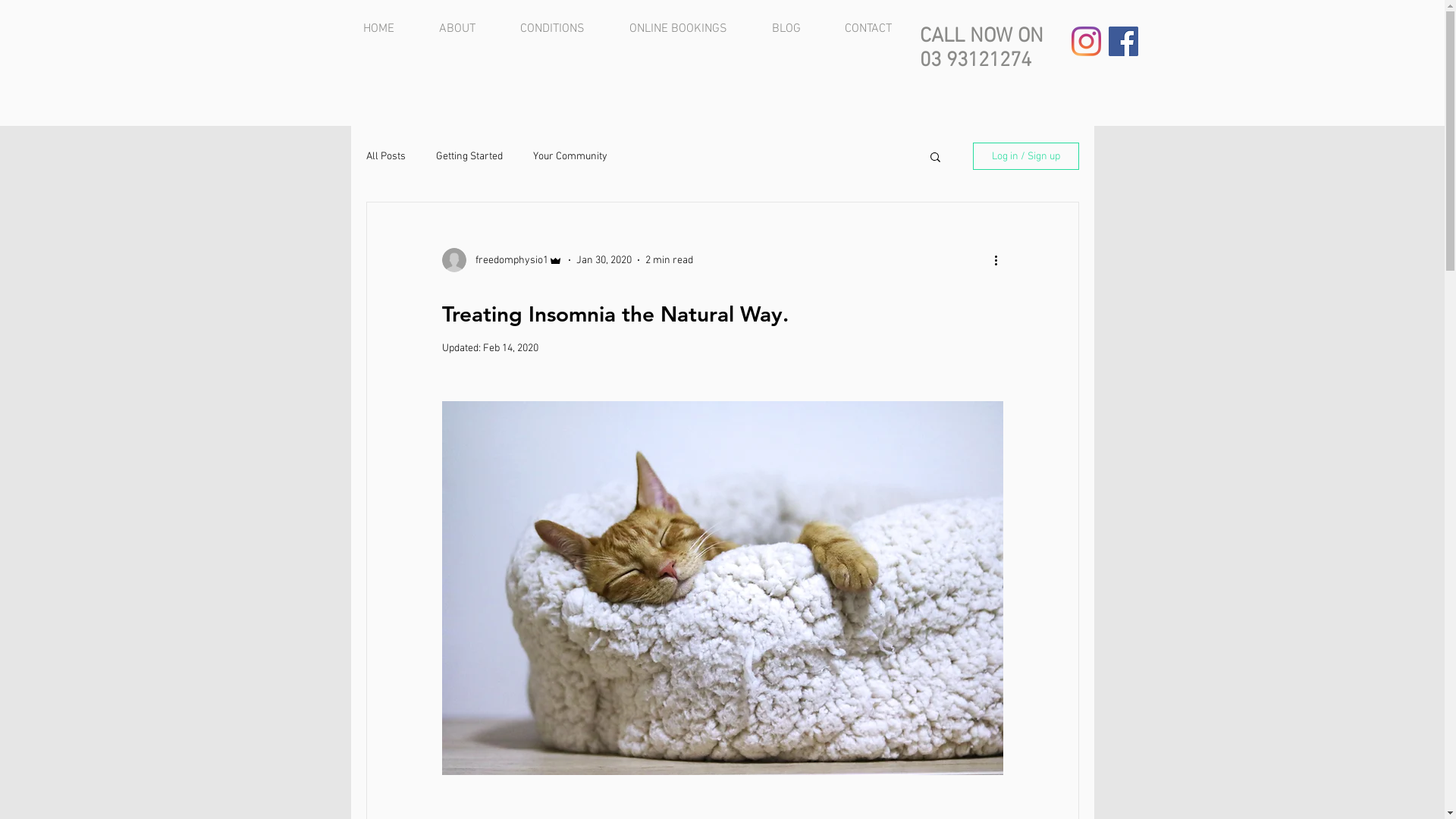  I want to click on 'CONTACT', so click(877, 29).